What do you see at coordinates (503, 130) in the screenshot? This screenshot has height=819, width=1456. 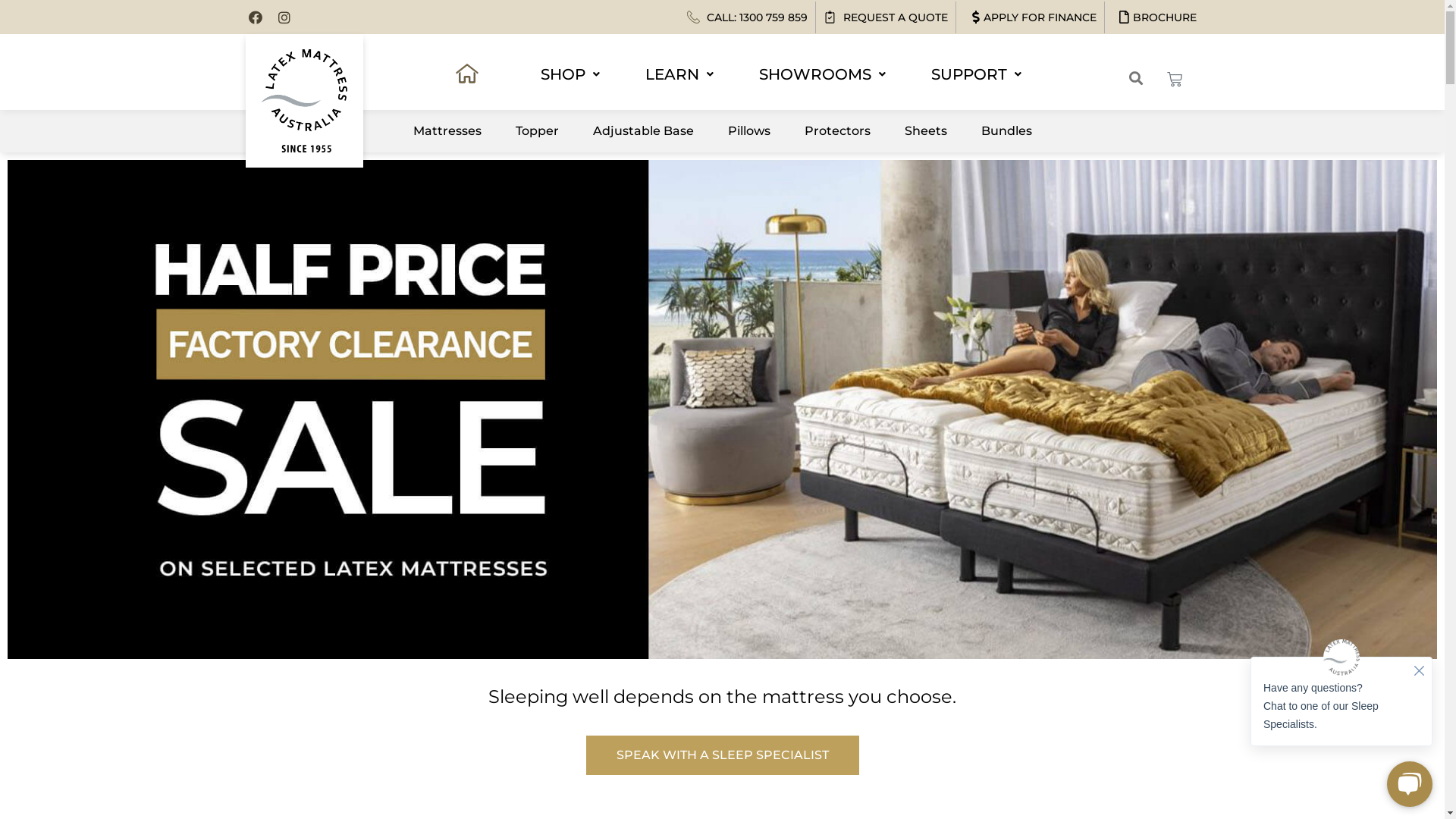 I see `'Topper'` at bounding box center [503, 130].